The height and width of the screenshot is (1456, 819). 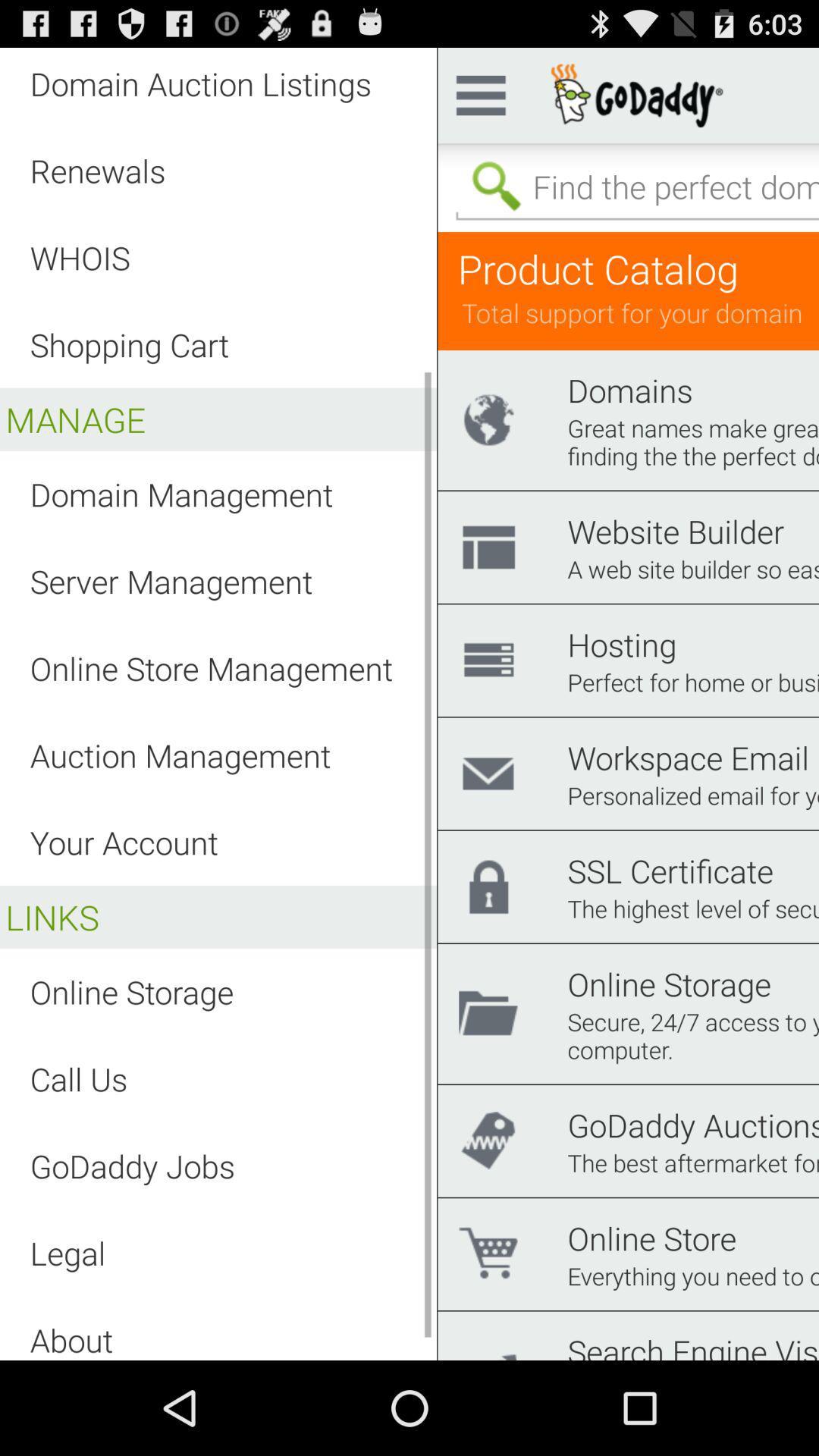 What do you see at coordinates (670, 871) in the screenshot?
I see `ssl certificate item` at bounding box center [670, 871].